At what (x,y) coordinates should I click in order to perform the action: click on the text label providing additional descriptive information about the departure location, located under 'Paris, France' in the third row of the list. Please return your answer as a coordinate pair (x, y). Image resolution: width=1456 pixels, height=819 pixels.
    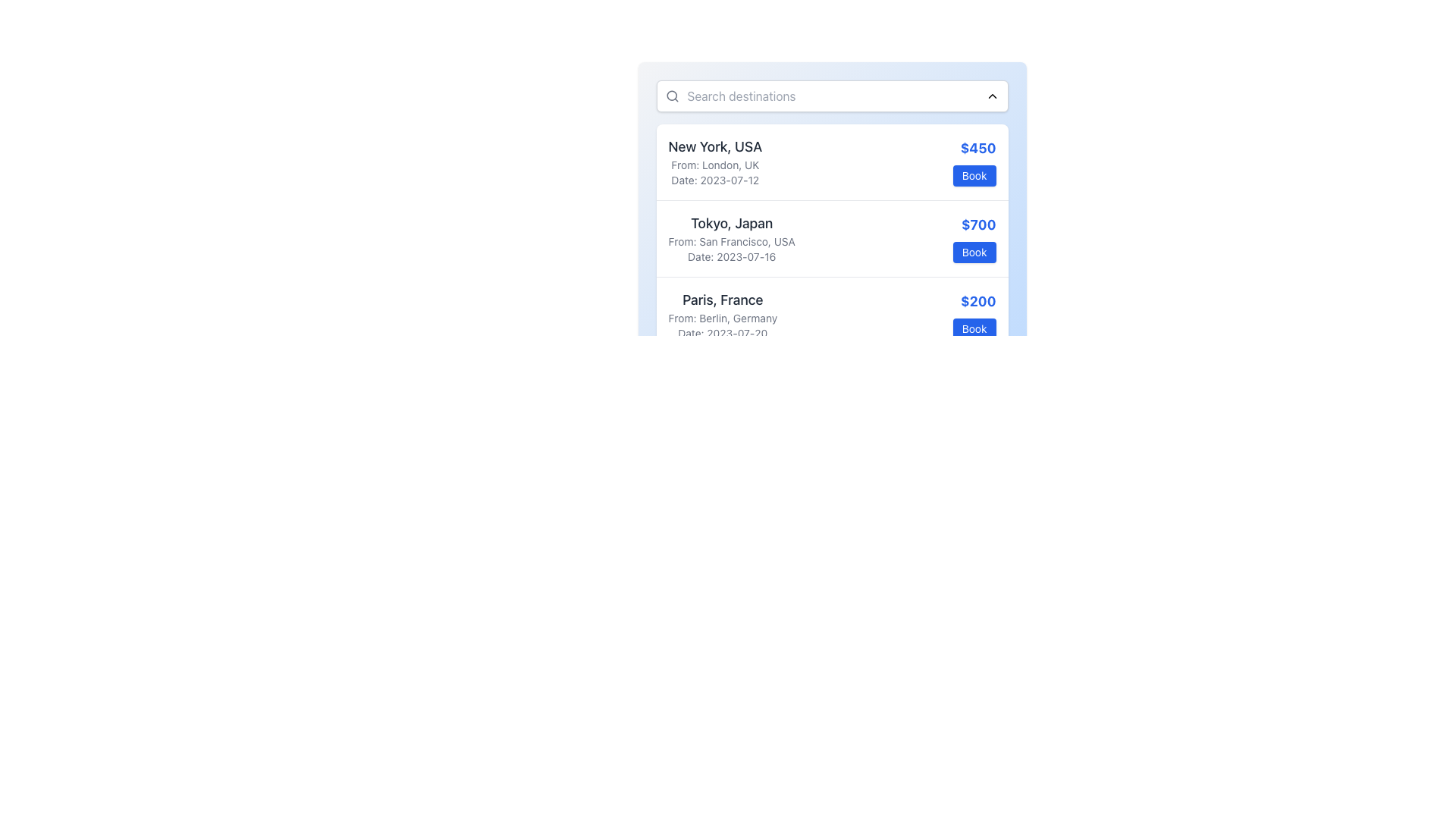
    Looking at the image, I should click on (722, 318).